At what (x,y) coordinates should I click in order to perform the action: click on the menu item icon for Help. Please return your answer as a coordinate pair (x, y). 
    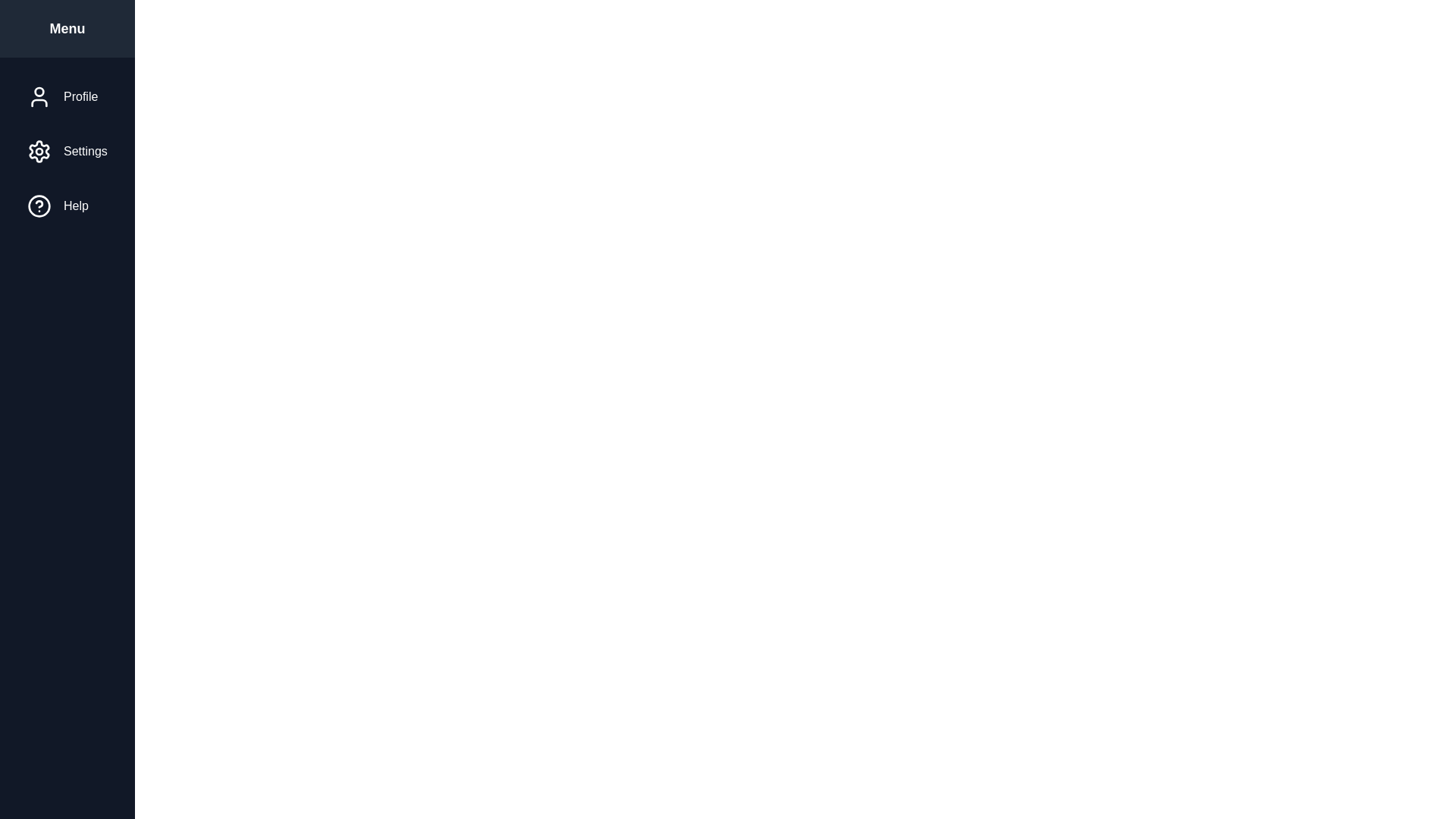
    Looking at the image, I should click on (39, 206).